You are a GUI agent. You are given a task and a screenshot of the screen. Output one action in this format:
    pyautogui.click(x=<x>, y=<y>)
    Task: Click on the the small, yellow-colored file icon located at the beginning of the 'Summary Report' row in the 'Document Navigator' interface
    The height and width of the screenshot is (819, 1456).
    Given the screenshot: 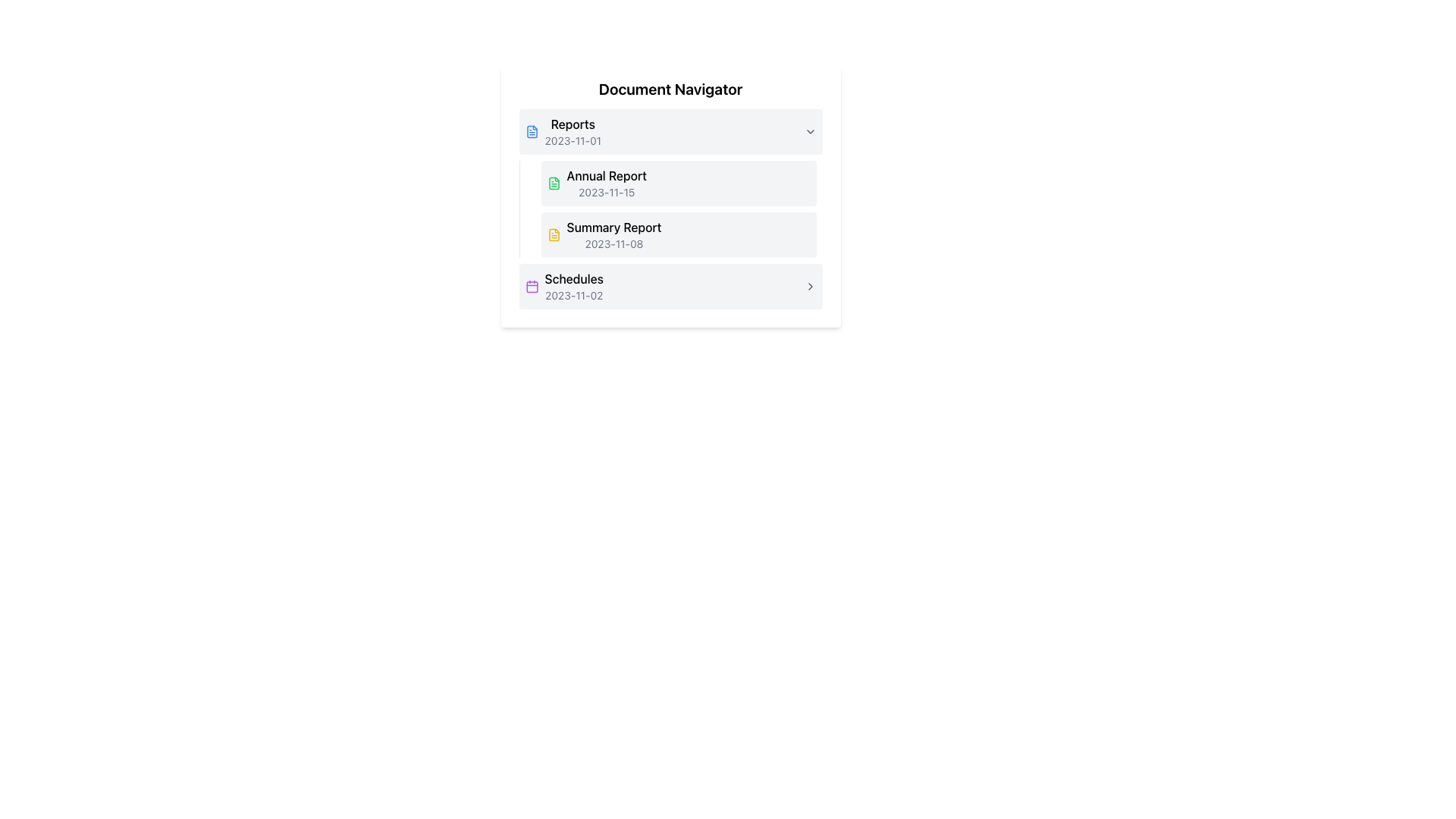 What is the action you would take?
    pyautogui.click(x=553, y=234)
    